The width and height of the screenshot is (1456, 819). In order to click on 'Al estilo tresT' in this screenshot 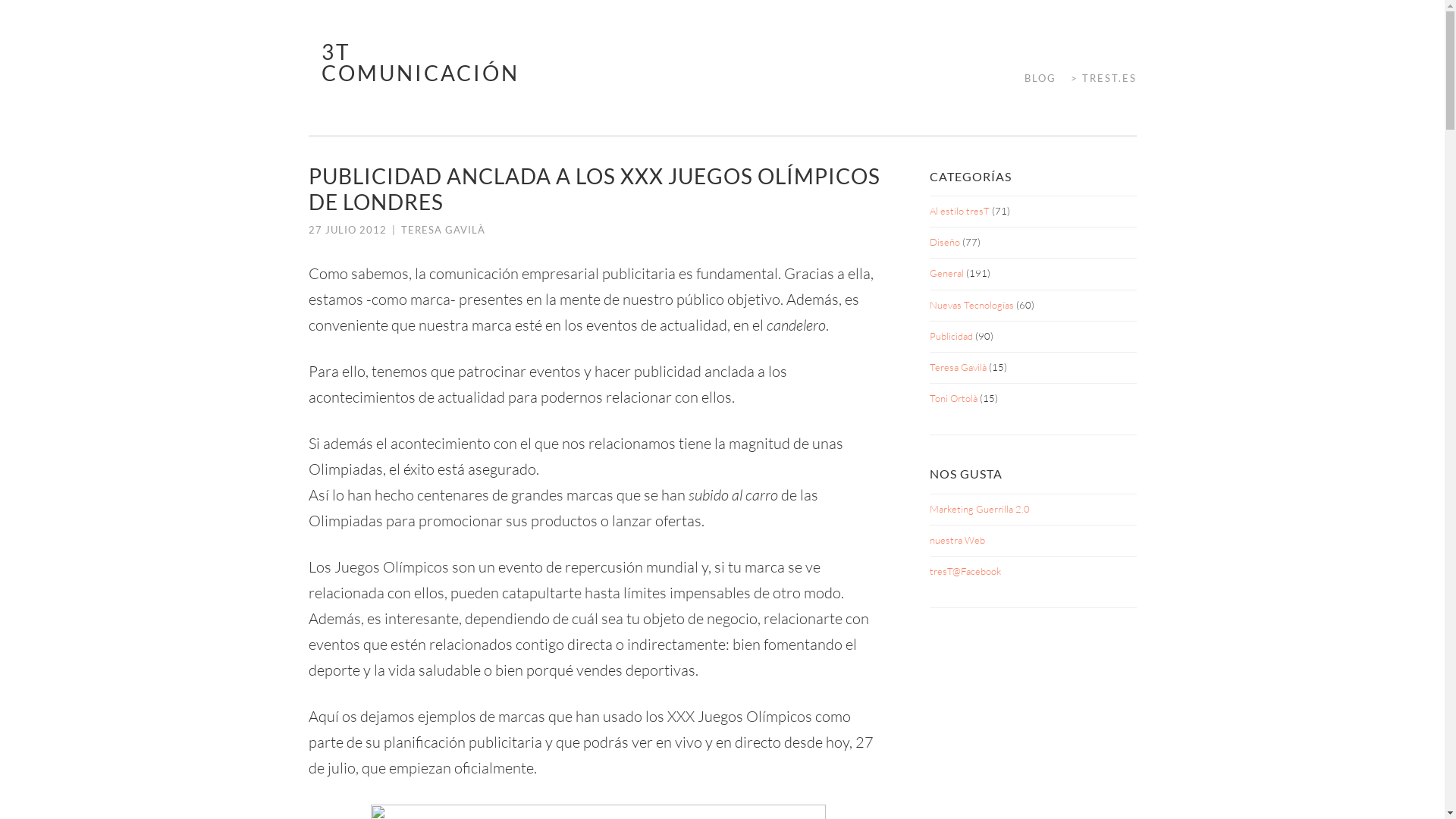, I will do `click(928, 210)`.